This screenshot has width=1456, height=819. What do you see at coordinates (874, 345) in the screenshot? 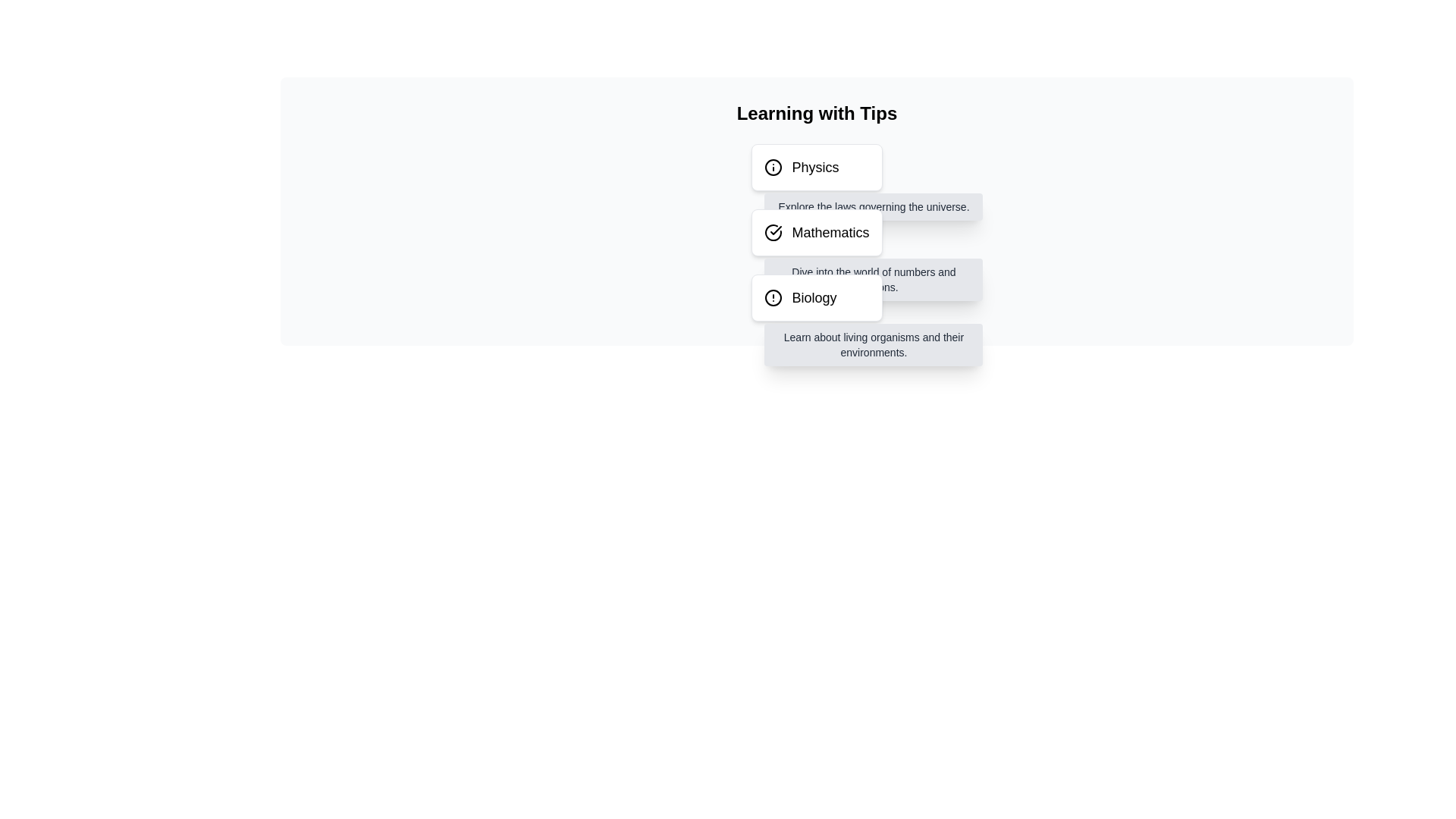
I see `informational text located at the bottom of the dropdown associated with the 'Biology' option` at bounding box center [874, 345].